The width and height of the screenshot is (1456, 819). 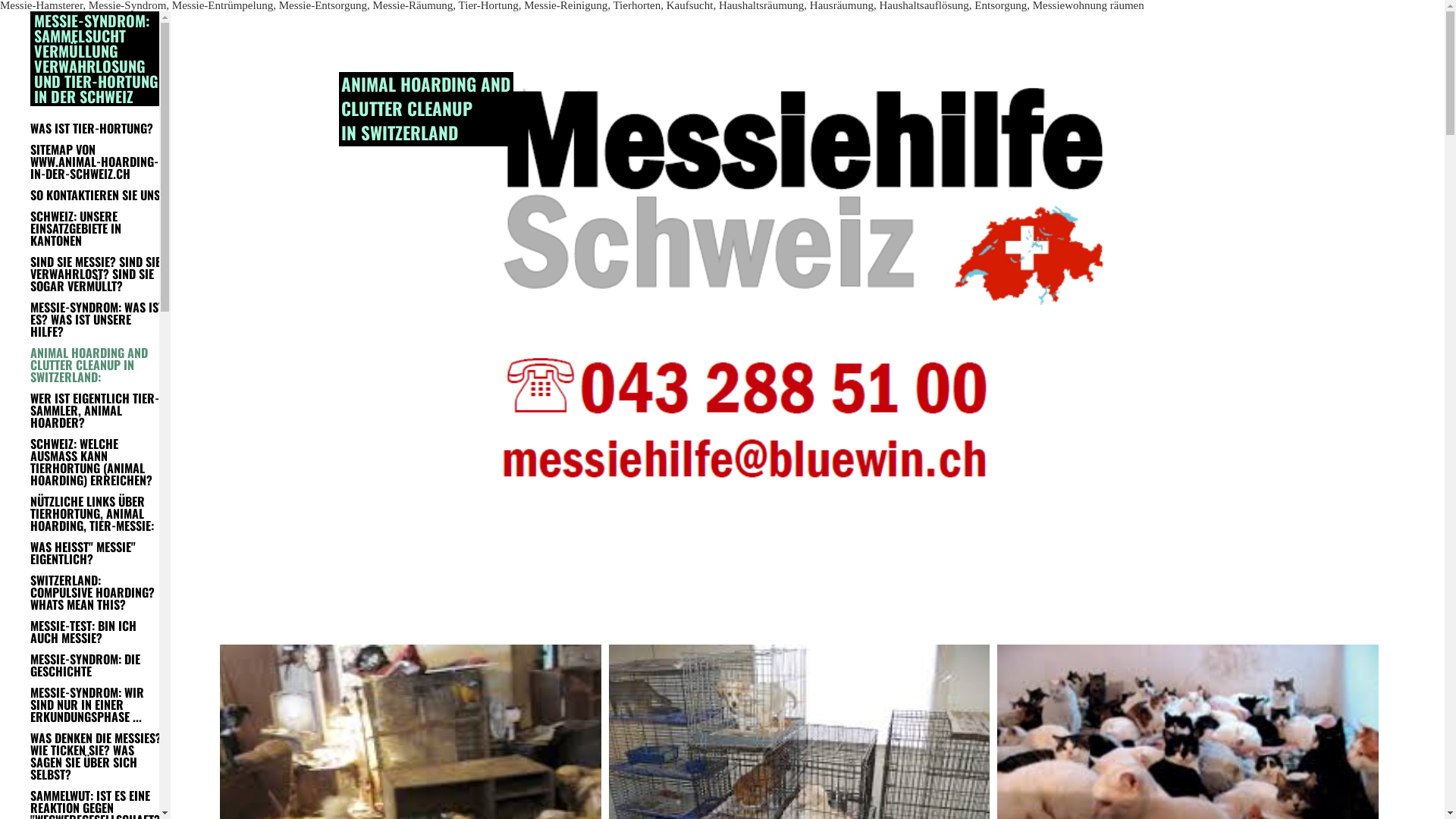 I want to click on 'SITEMAP VON WWW.ANIMAL-HOARDING-IN-DER-SCHWEIZ.CH', so click(x=96, y=161).